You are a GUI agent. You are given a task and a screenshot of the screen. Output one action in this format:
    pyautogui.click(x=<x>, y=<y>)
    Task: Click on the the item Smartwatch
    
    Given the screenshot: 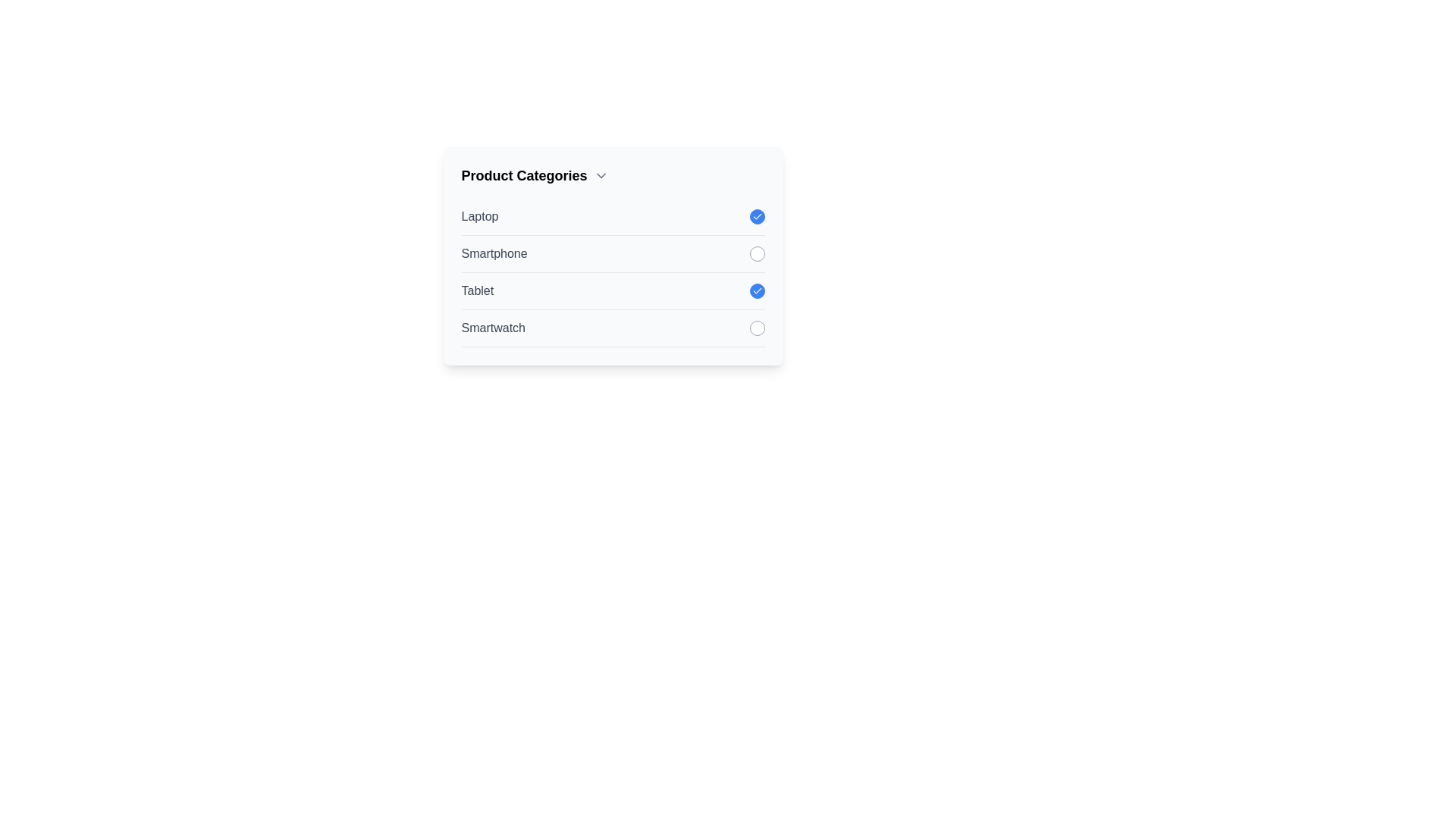 What is the action you would take?
    pyautogui.click(x=757, y=327)
    